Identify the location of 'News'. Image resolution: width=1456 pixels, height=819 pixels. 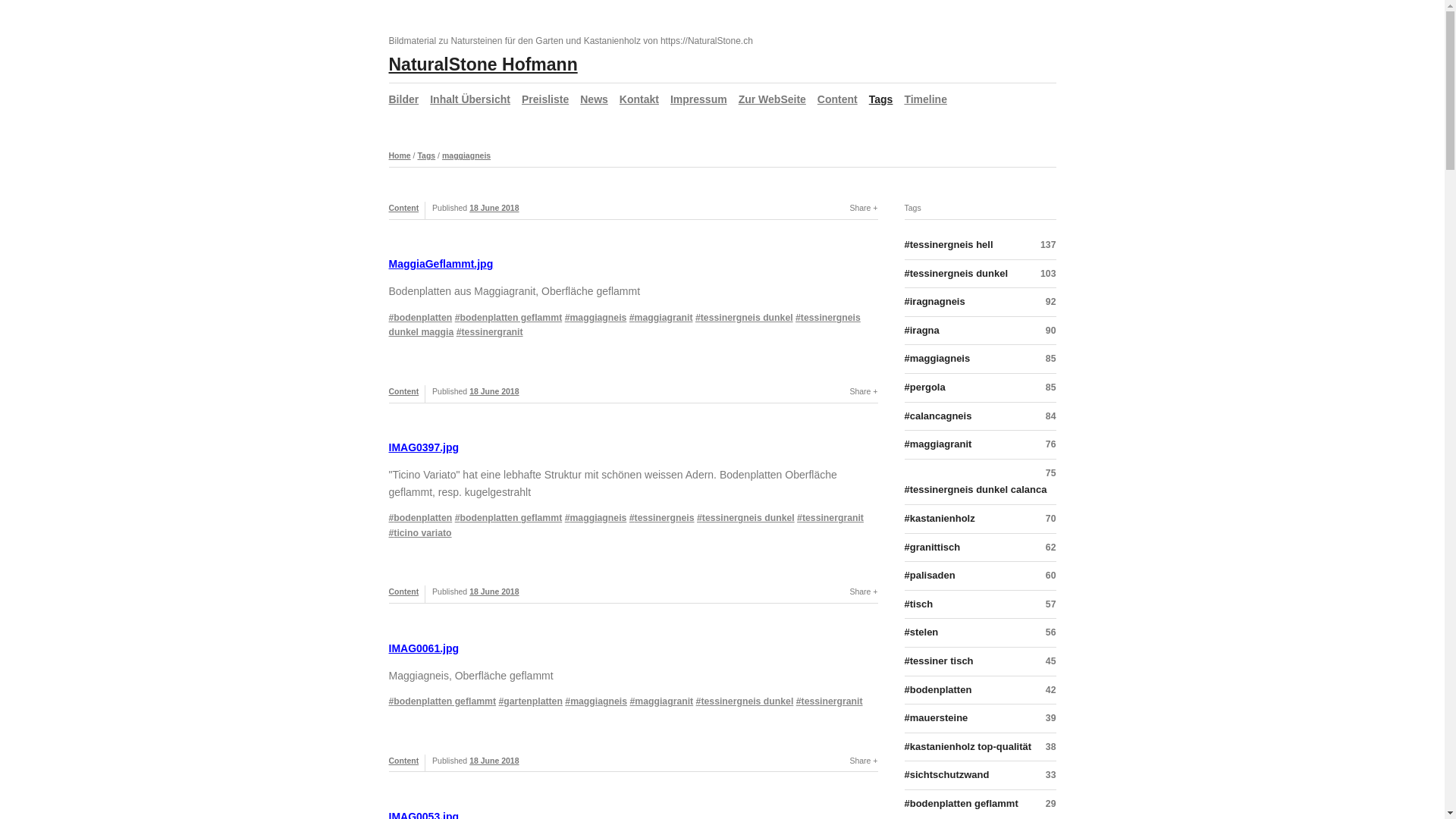
(579, 99).